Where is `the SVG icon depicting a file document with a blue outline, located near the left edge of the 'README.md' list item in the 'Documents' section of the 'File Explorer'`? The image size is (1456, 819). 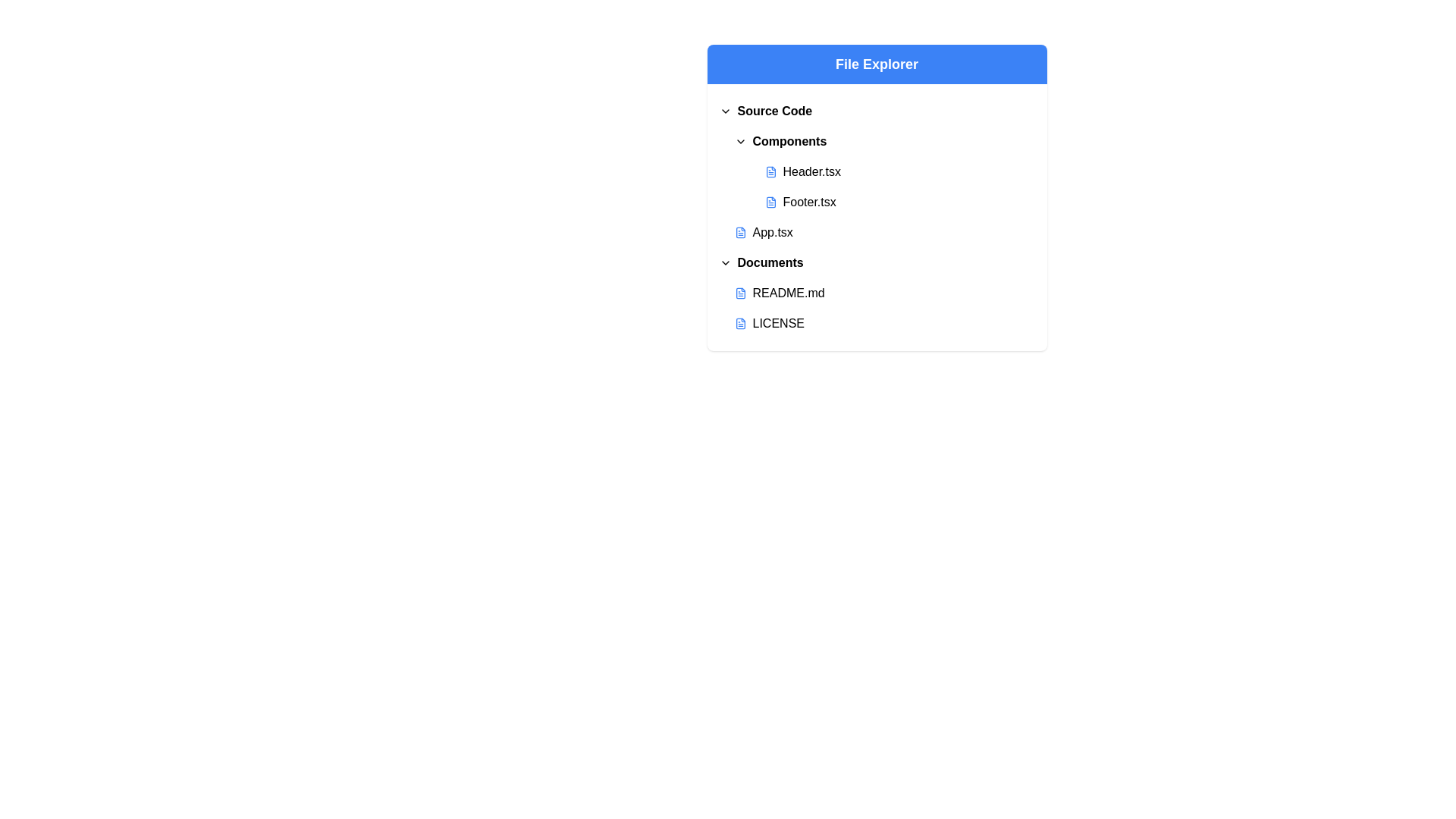
the SVG icon depicting a file document with a blue outline, located near the left edge of the 'README.md' list item in the 'Documents' section of the 'File Explorer' is located at coordinates (740, 293).